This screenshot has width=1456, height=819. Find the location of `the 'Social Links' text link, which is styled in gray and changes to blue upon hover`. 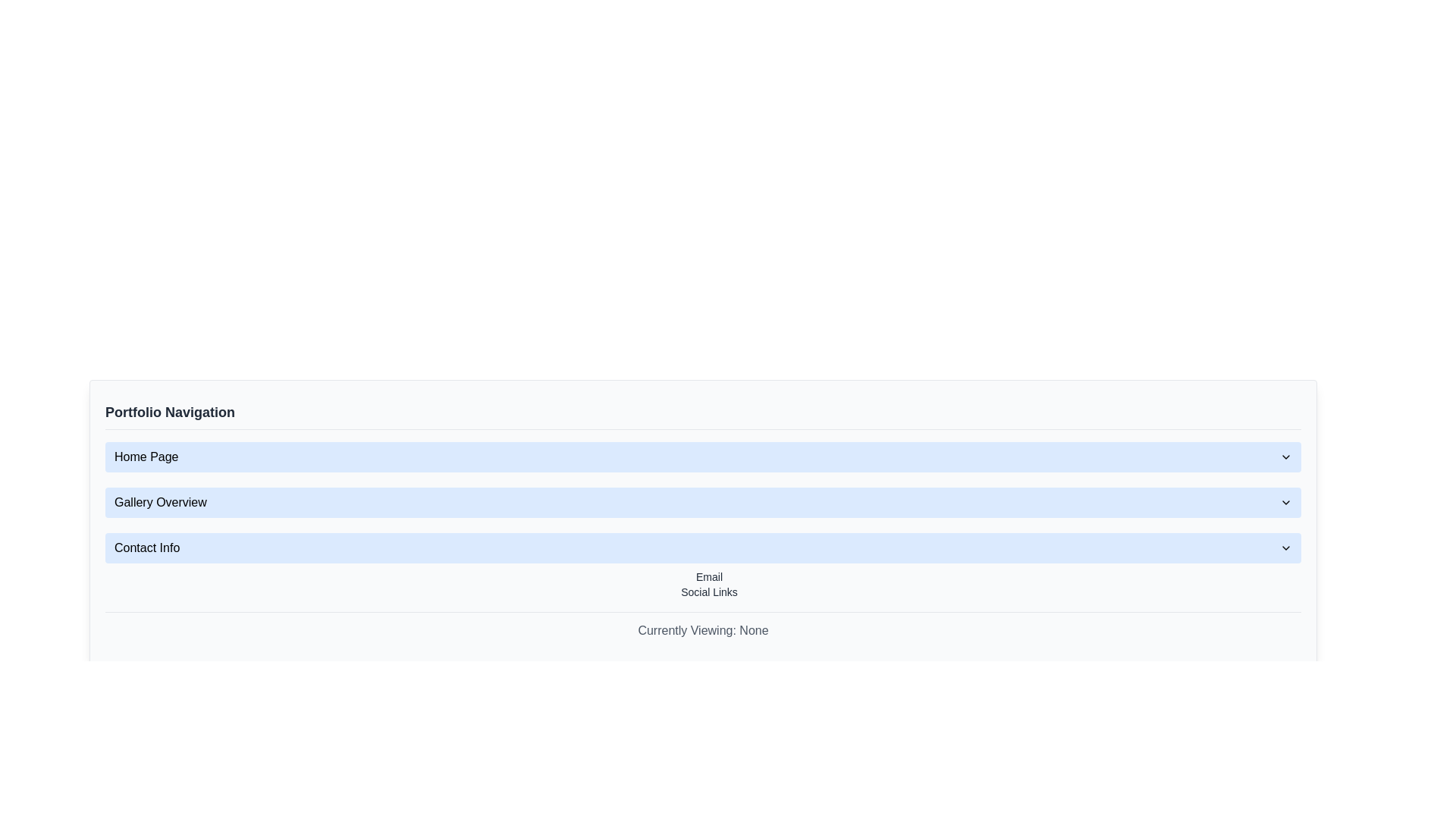

the 'Social Links' text link, which is styled in gray and changes to blue upon hover is located at coordinates (708, 591).